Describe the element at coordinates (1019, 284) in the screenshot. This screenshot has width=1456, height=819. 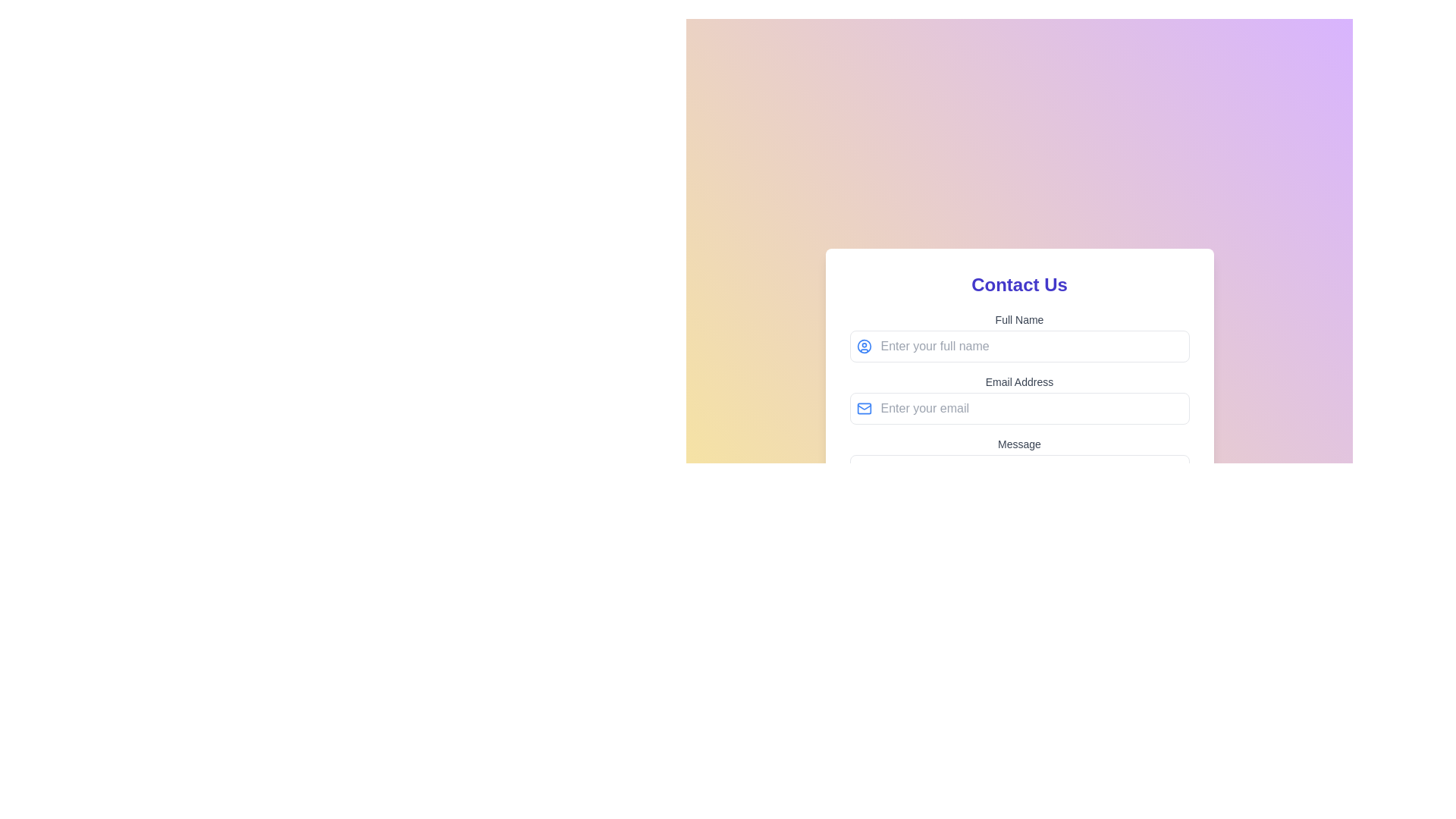
I see `the 'Contact Us' heading text, which is a large, bold, blue text centered at the top of the form interface above the input fields` at that location.